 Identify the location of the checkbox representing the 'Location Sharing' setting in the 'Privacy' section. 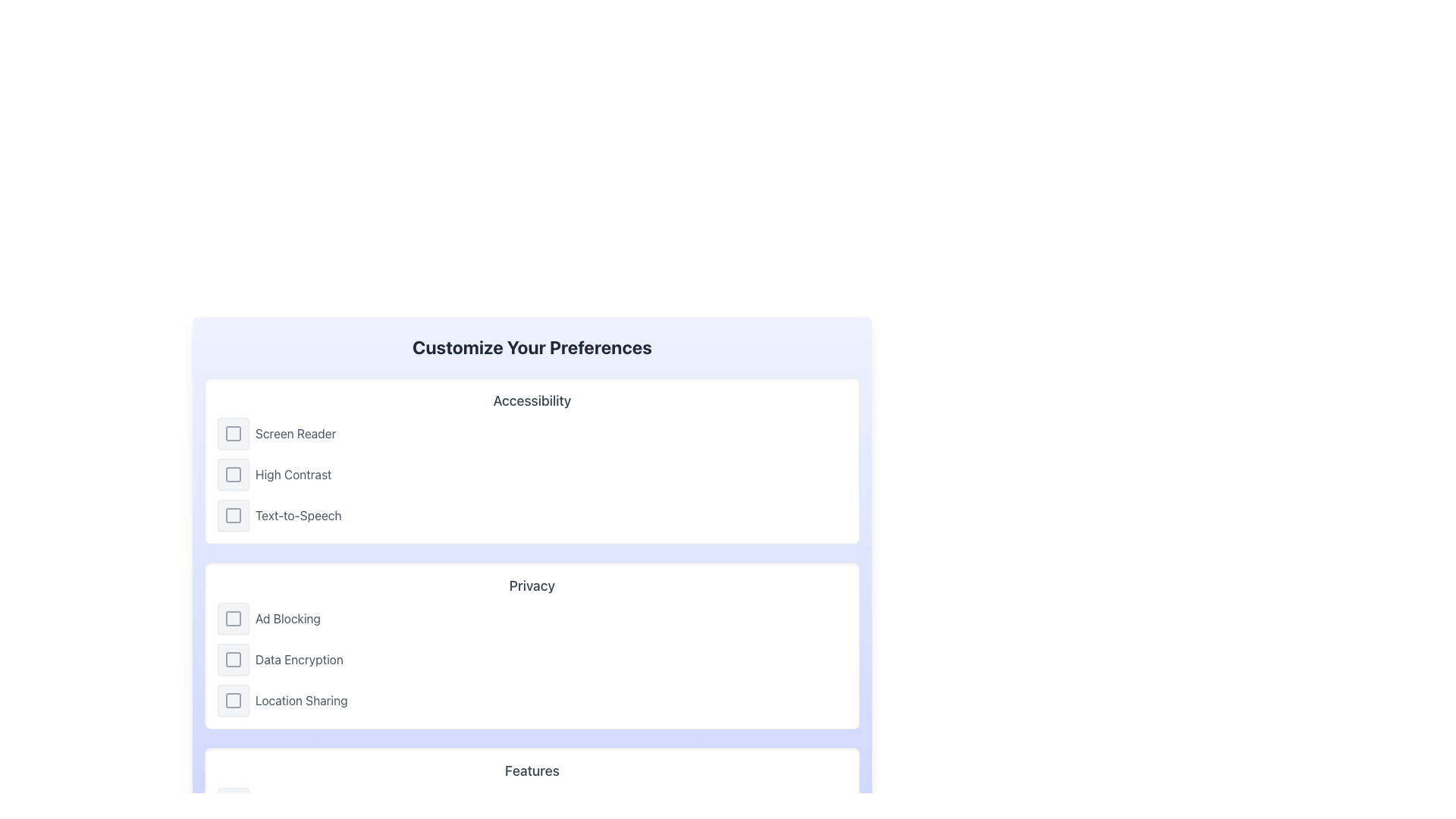
(232, 701).